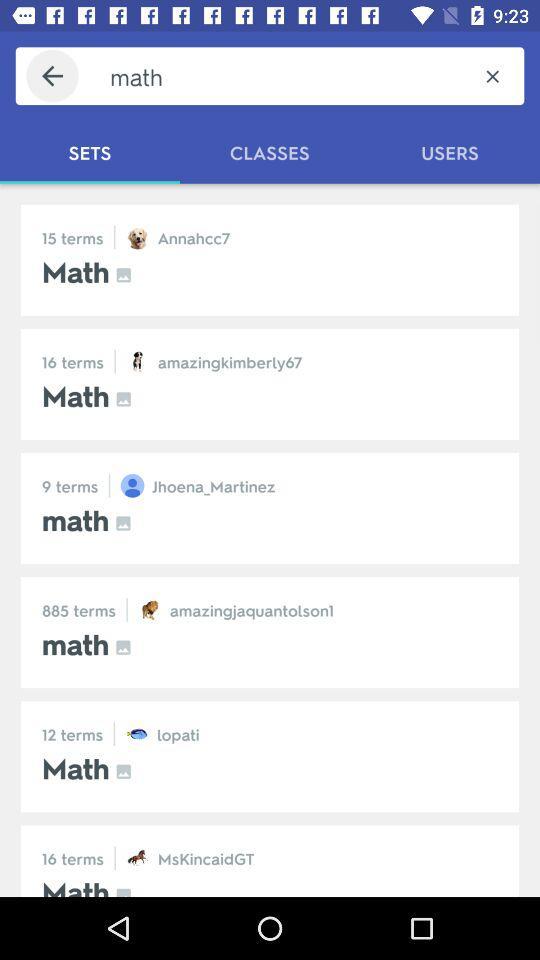  What do you see at coordinates (491, 76) in the screenshot?
I see `the item above users` at bounding box center [491, 76].